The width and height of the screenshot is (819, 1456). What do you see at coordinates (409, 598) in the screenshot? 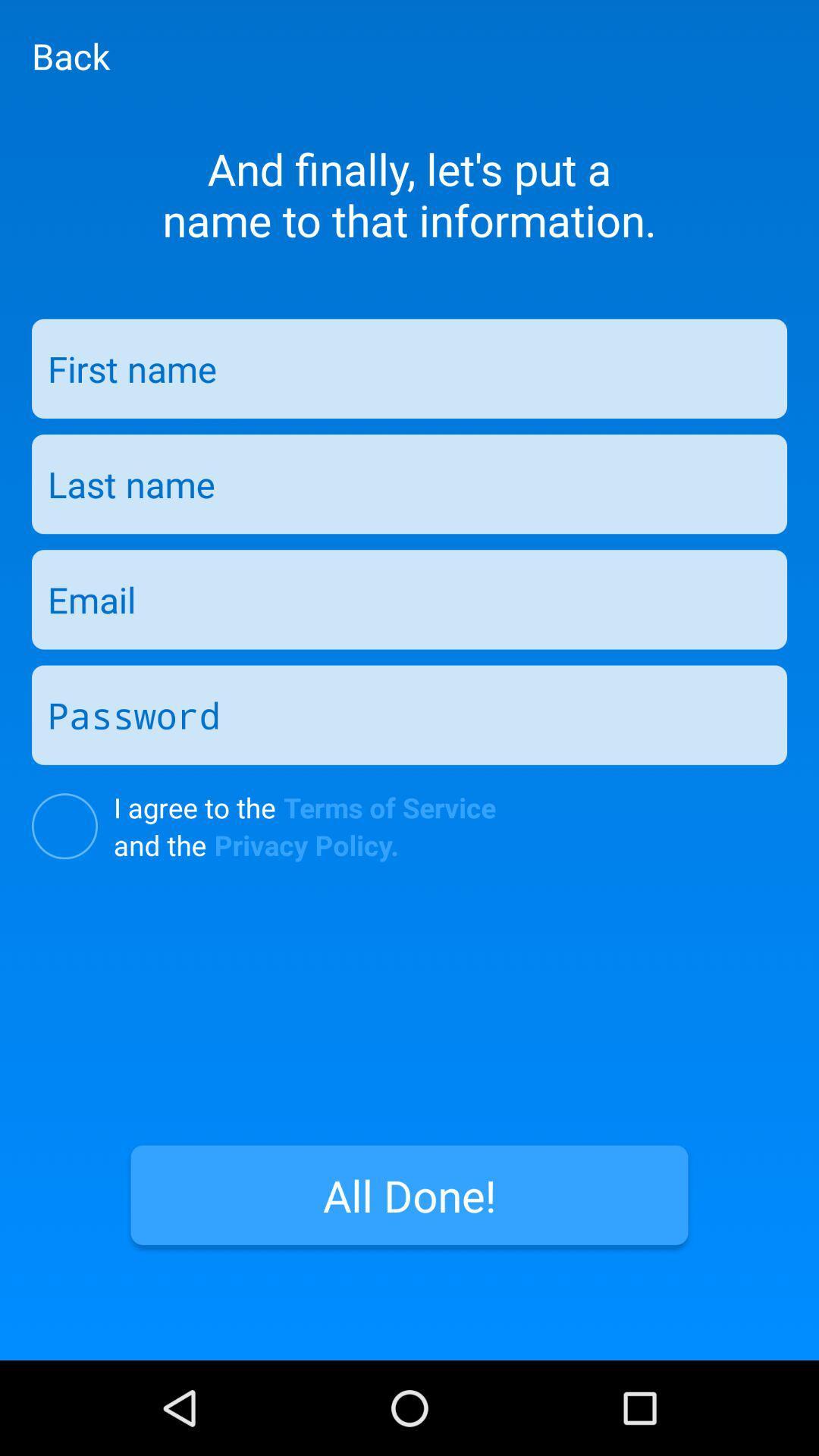
I see `send email` at bounding box center [409, 598].